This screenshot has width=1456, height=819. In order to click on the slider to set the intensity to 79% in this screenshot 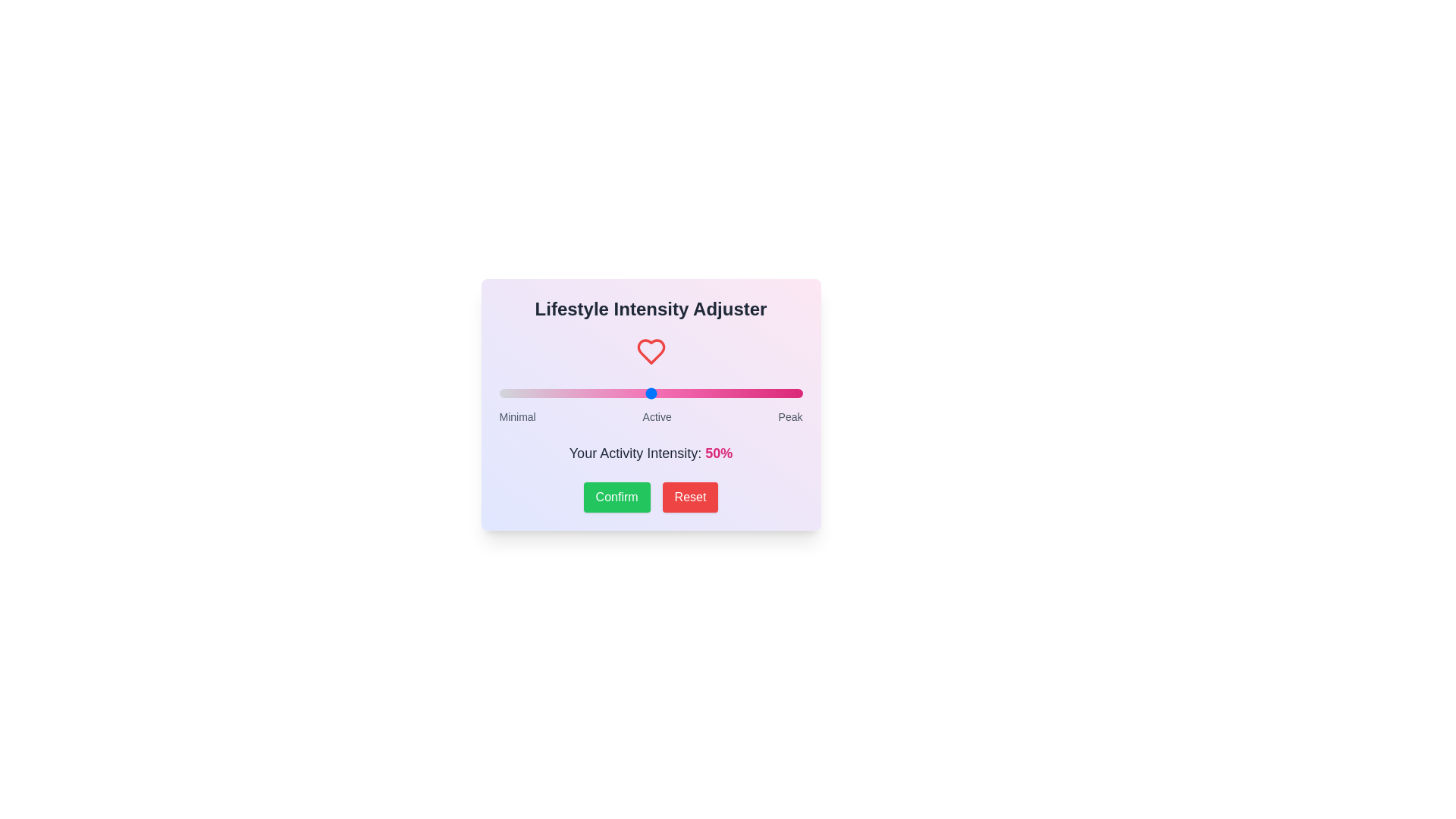, I will do `click(739, 393)`.